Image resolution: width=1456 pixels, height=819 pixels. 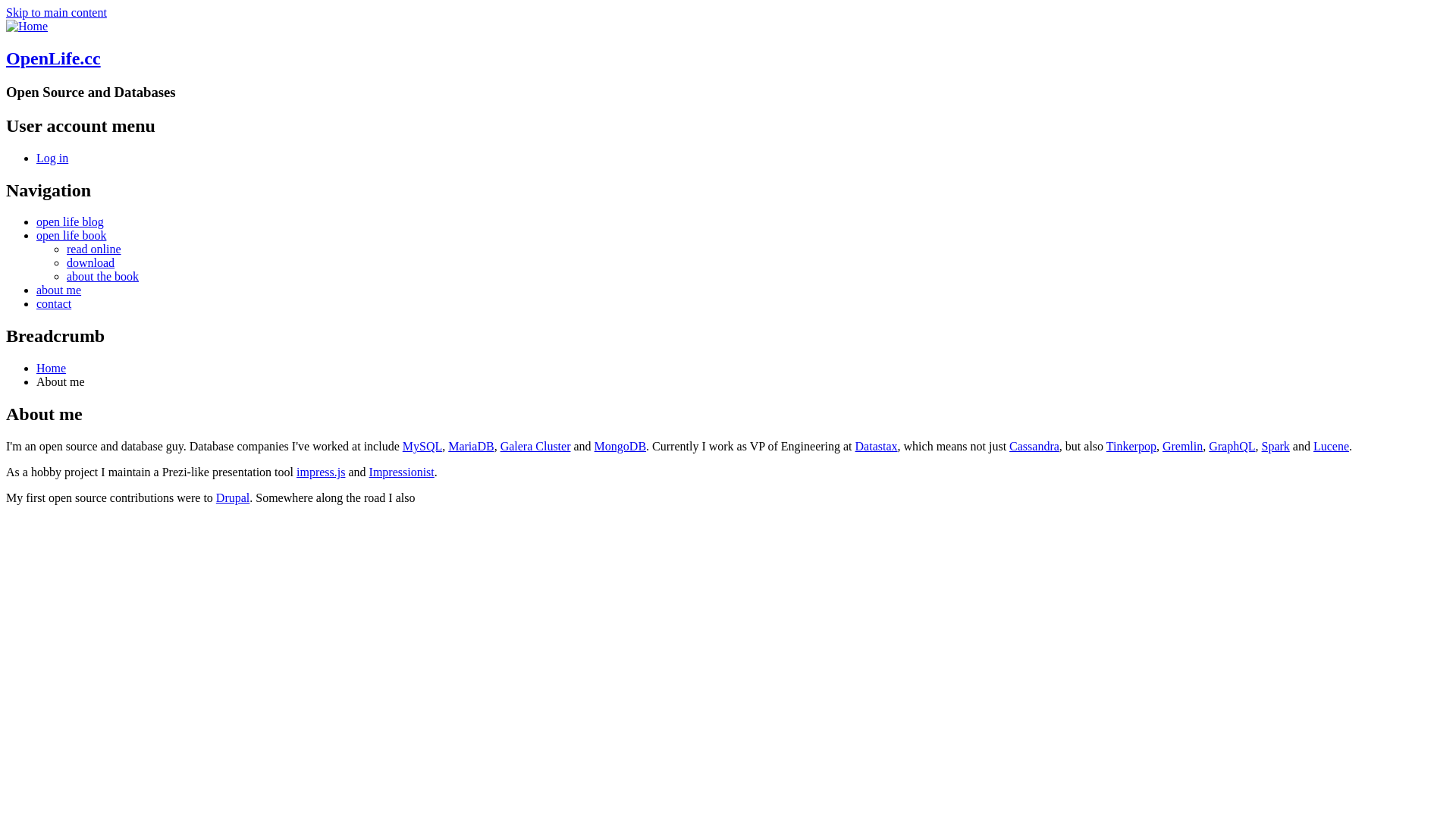 I want to click on 'Tinkerpop', so click(x=1131, y=445).